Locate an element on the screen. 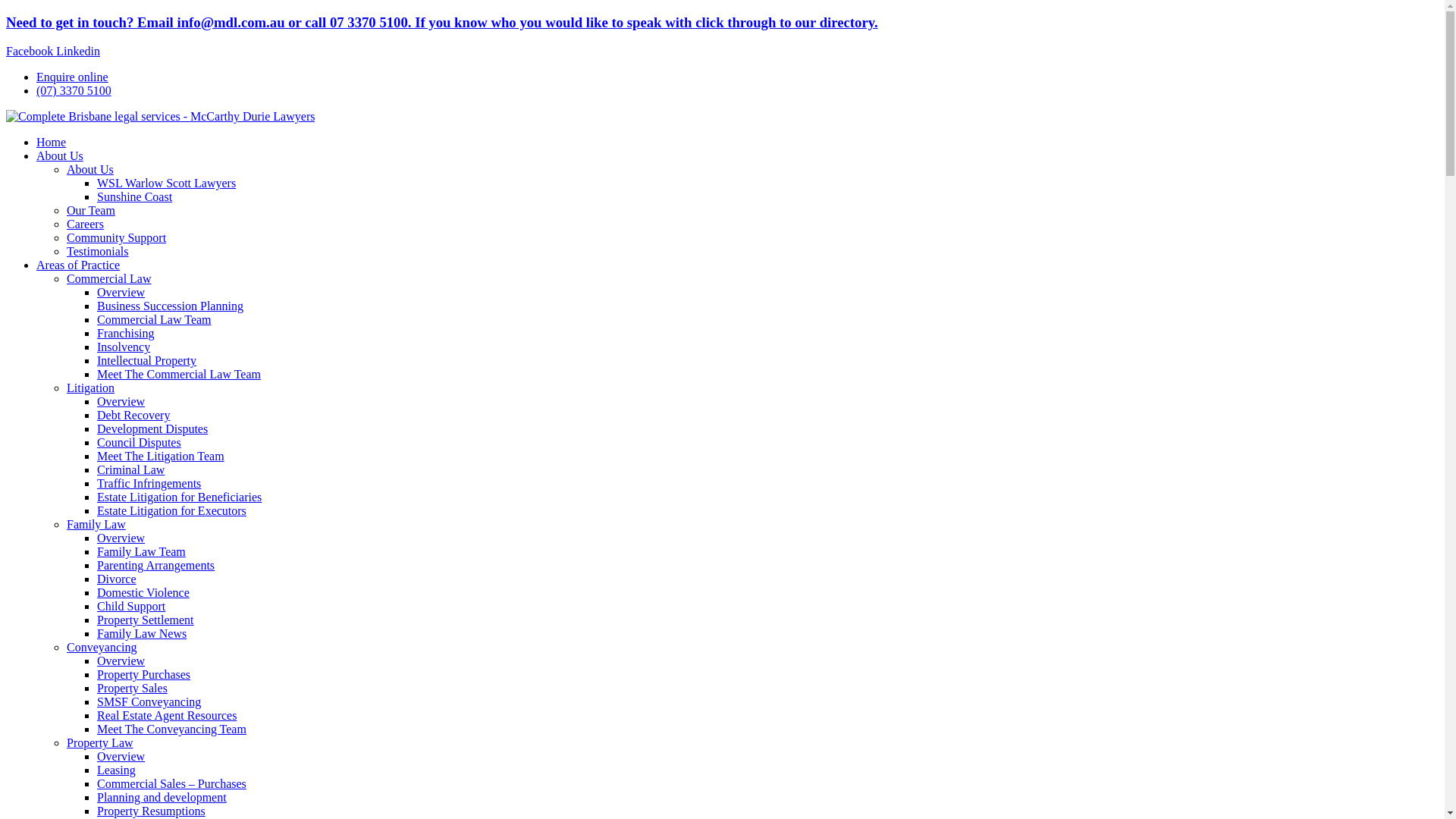 Image resolution: width=1456 pixels, height=819 pixels. 'Property Purchases' is located at coordinates (143, 673).